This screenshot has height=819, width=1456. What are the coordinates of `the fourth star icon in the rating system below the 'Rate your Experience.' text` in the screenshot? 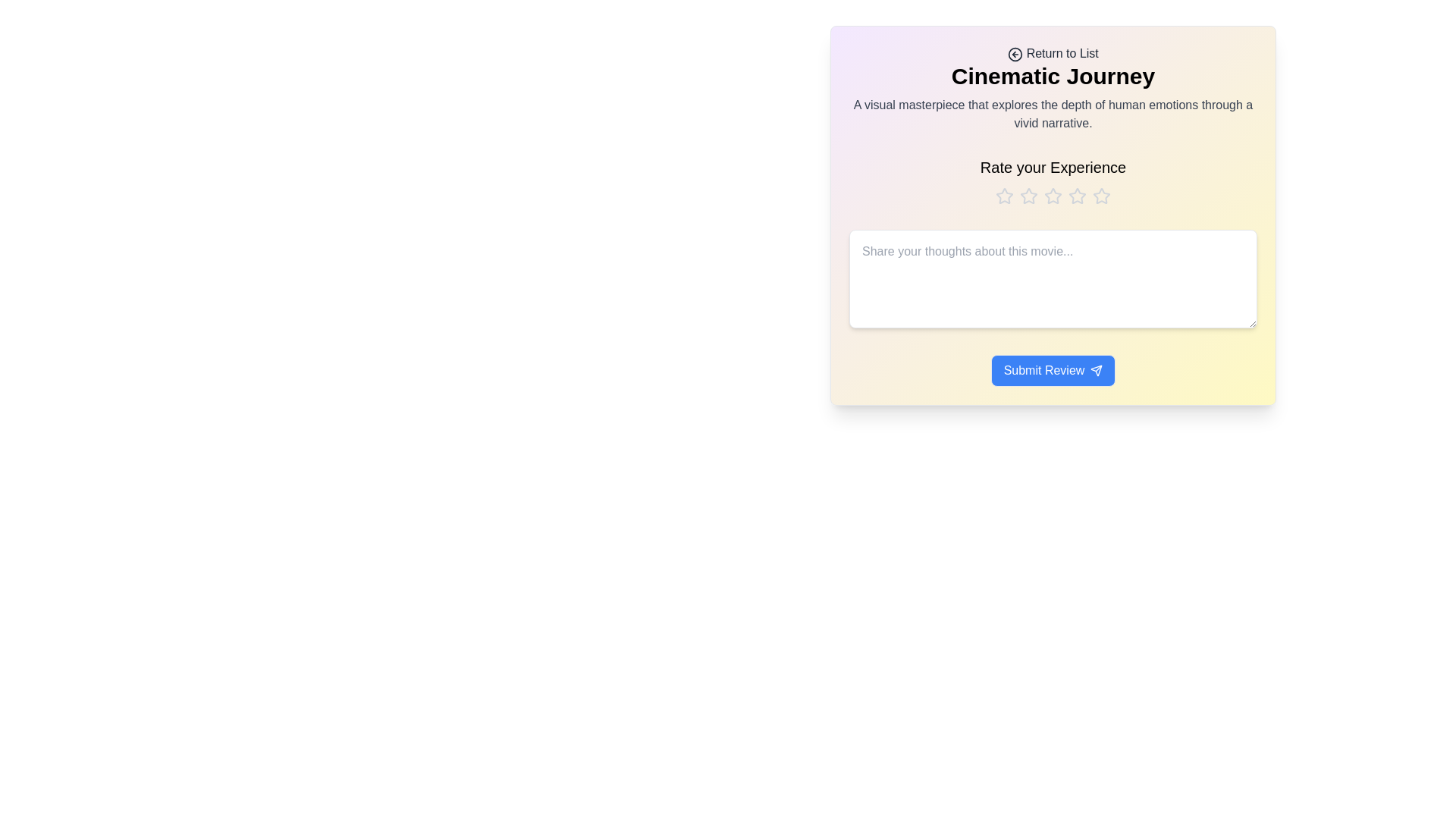 It's located at (1076, 195).